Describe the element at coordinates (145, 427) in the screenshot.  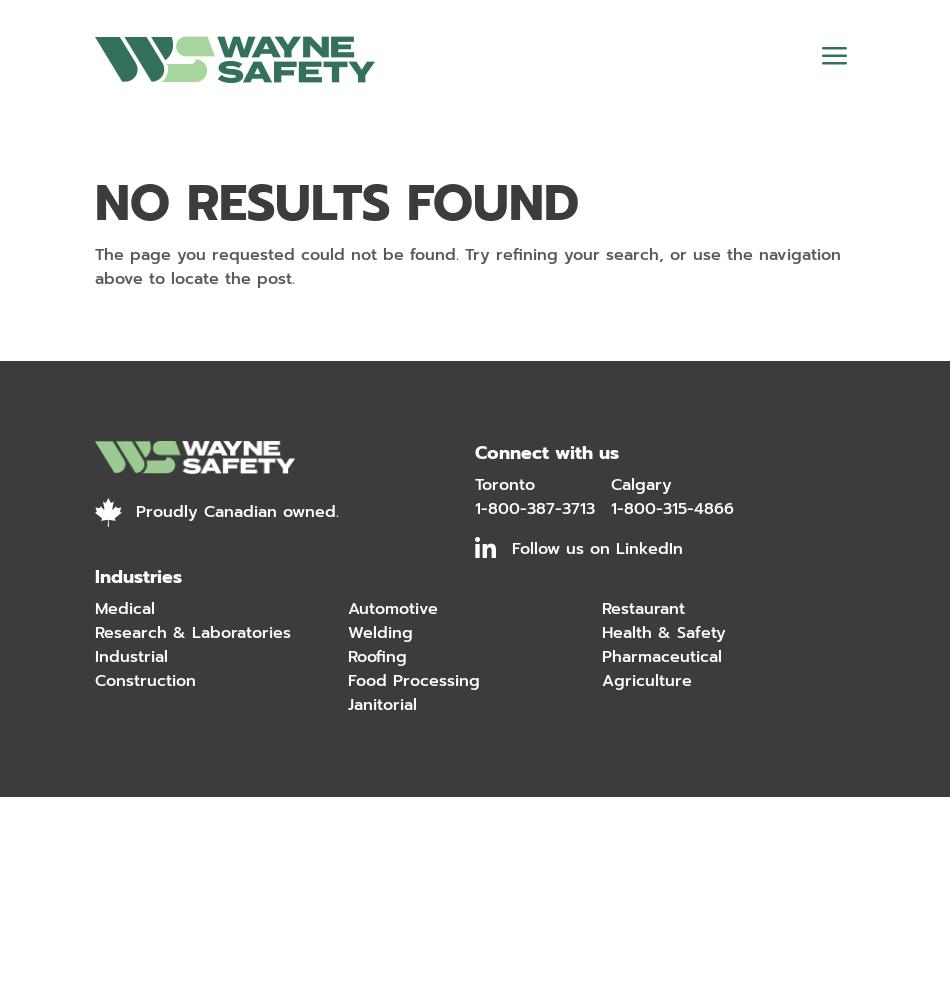
I see `'Respirators'` at that location.